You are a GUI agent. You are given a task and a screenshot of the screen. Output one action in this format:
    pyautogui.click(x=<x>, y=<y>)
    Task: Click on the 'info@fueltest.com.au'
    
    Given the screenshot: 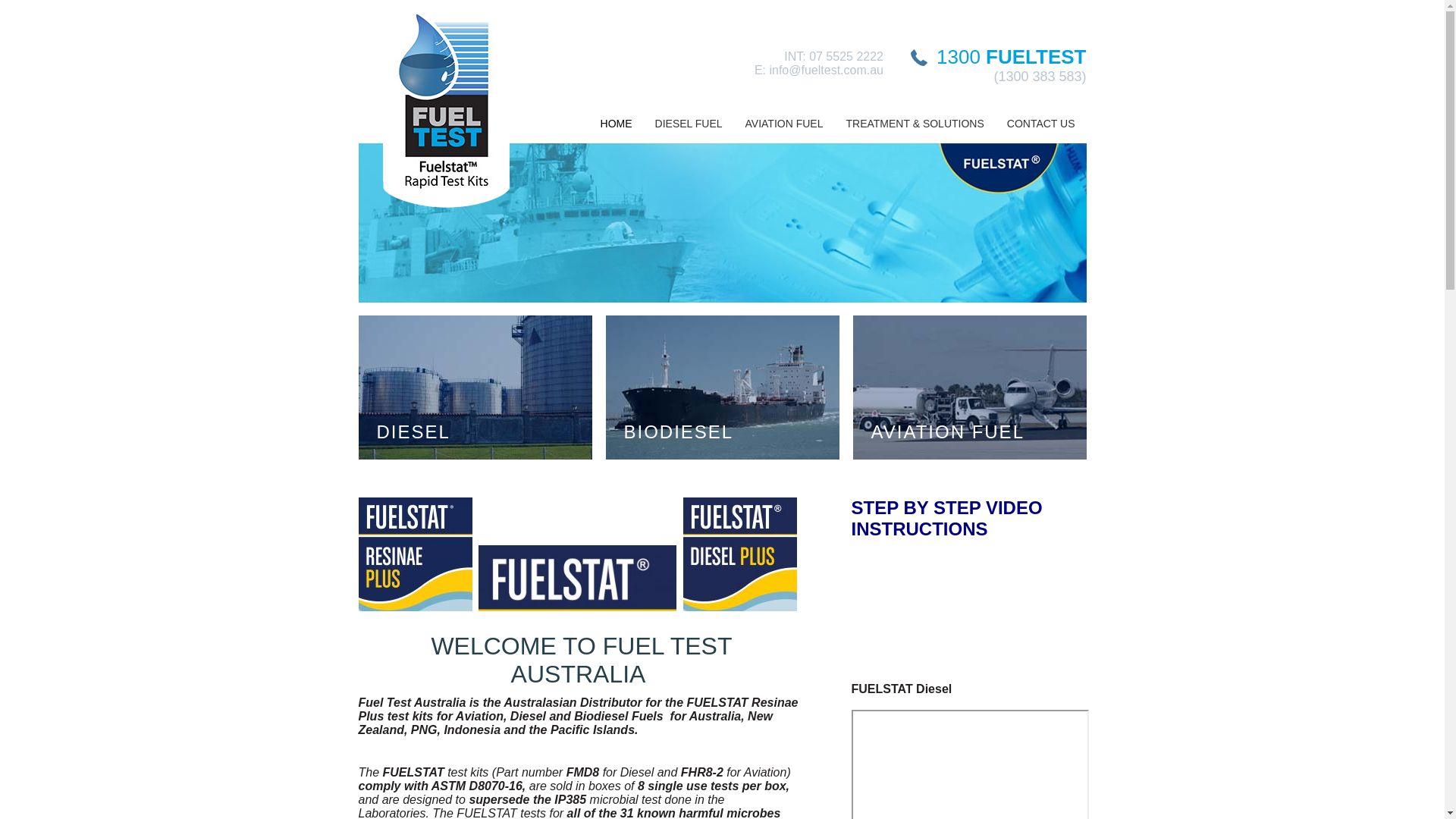 What is the action you would take?
    pyautogui.click(x=825, y=70)
    